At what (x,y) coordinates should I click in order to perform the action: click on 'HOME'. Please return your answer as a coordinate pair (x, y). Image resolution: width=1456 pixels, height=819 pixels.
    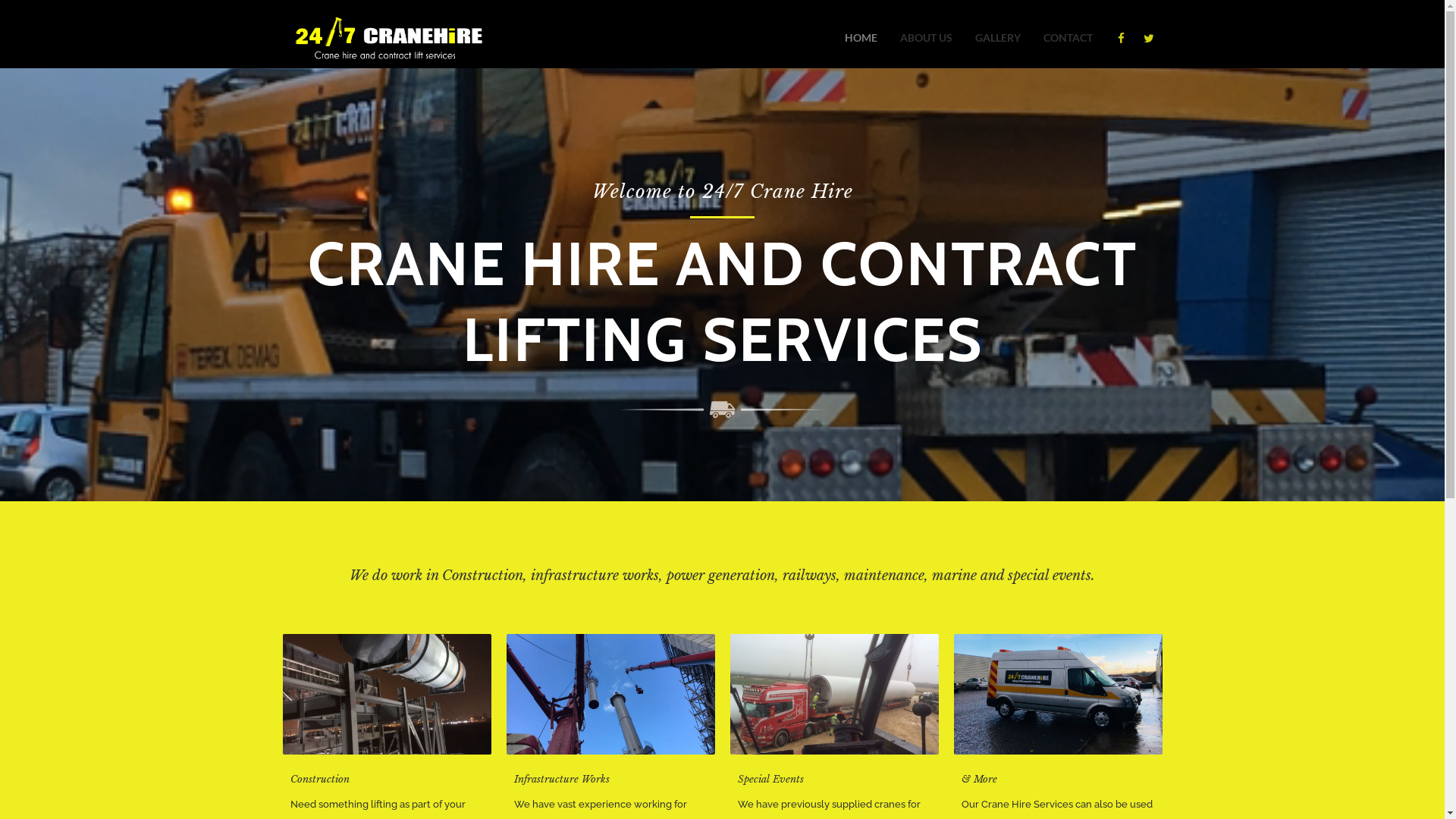
    Looking at the image, I should click on (843, 37).